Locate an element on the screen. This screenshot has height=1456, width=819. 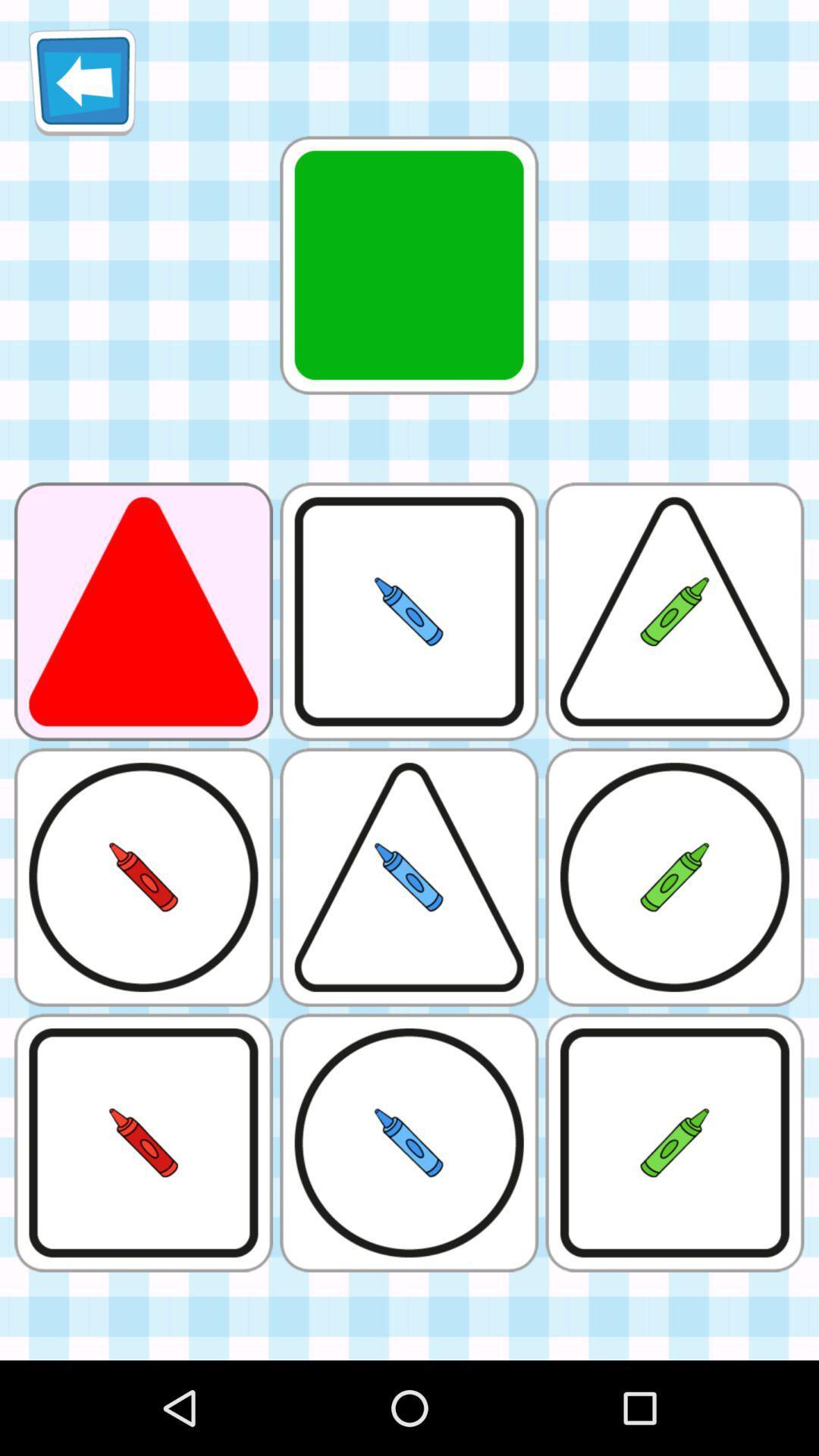
previous is located at coordinates (82, 81).